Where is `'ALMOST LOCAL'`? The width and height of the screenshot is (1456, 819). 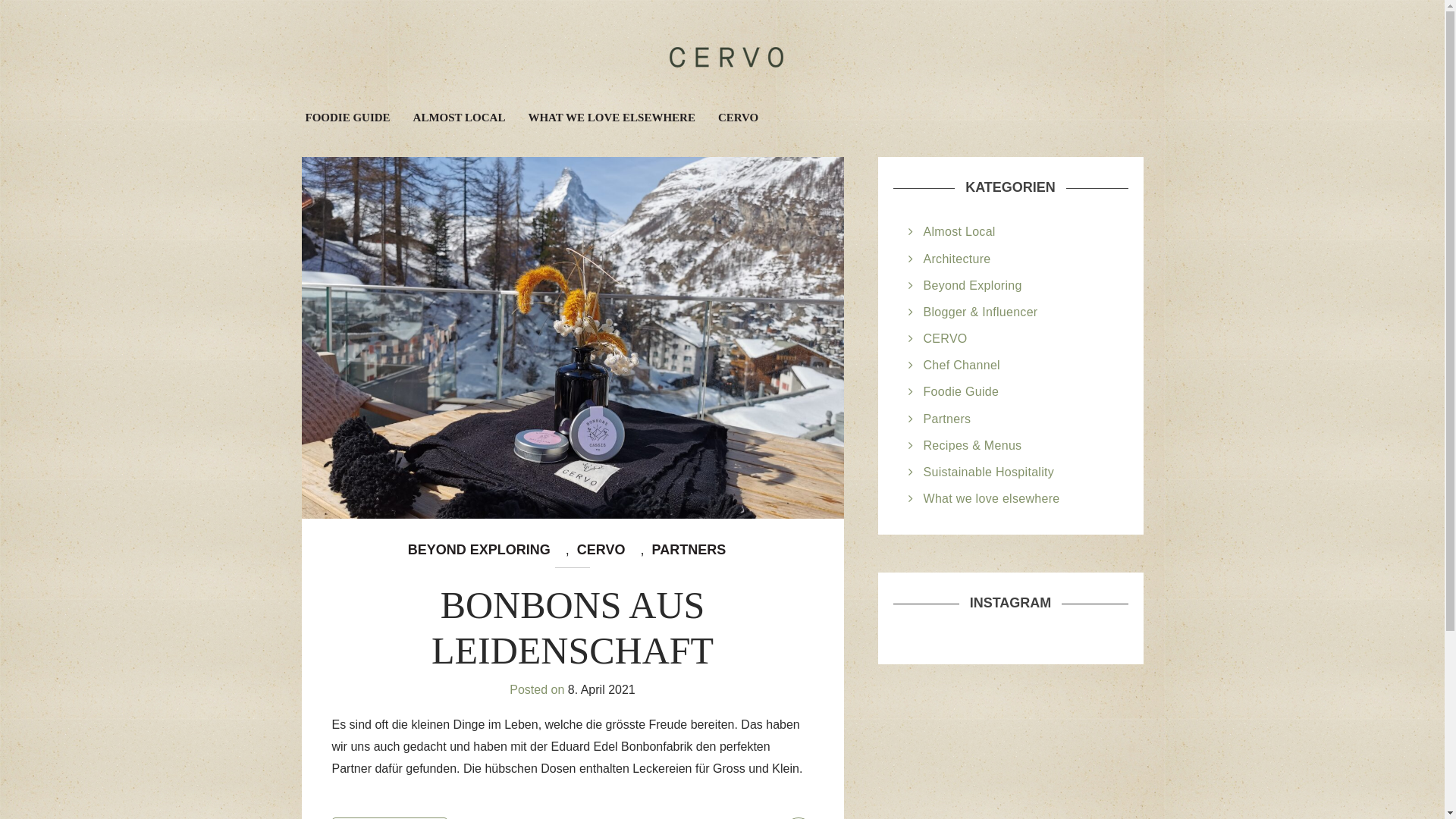 'ALMOST LOCAL' is located at coordinates (458, 116).